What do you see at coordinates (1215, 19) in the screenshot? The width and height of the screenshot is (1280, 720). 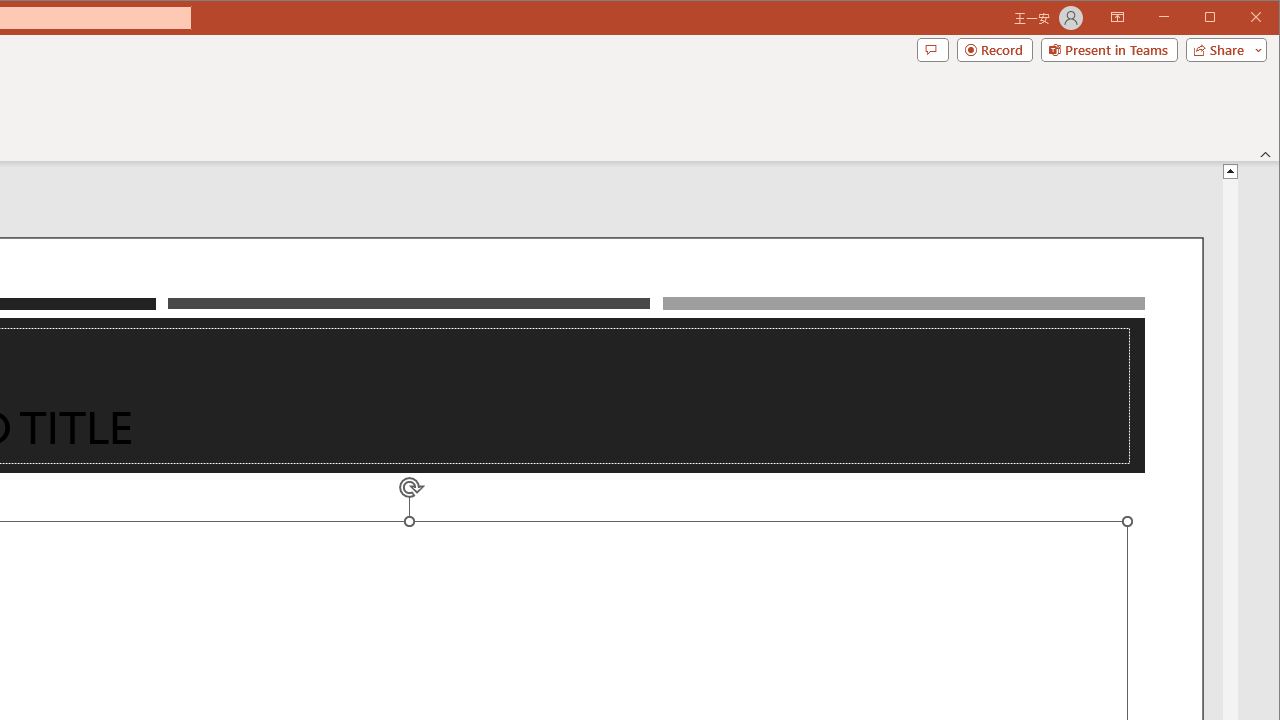 I see `'Minimize'` at bounding box center [1215, 19].